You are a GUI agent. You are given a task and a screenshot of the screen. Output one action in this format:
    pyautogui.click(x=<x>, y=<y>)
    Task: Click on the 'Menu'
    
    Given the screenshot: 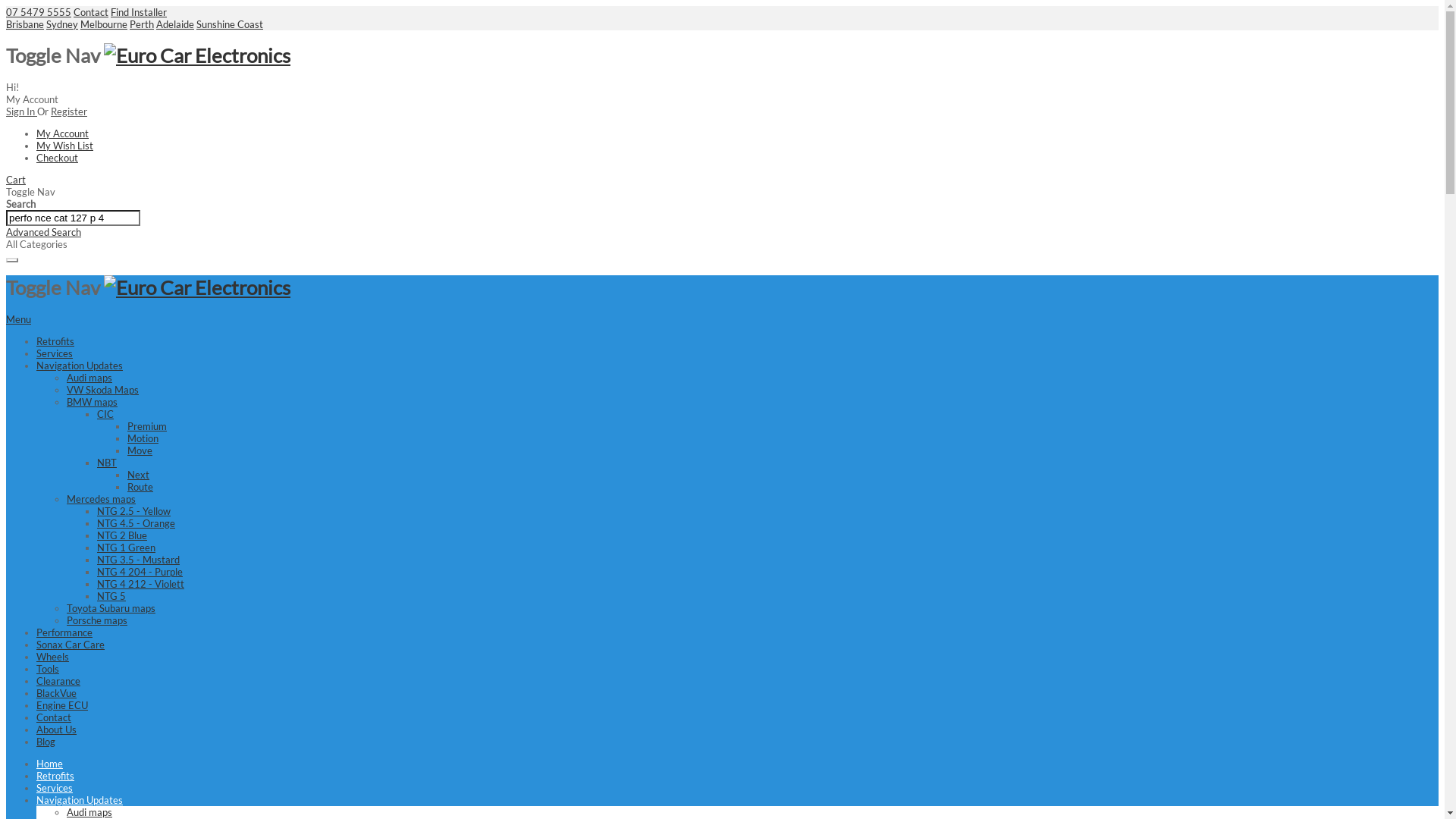 What is the action you would take?
    pyautogui.click(x=18, y=318)
    